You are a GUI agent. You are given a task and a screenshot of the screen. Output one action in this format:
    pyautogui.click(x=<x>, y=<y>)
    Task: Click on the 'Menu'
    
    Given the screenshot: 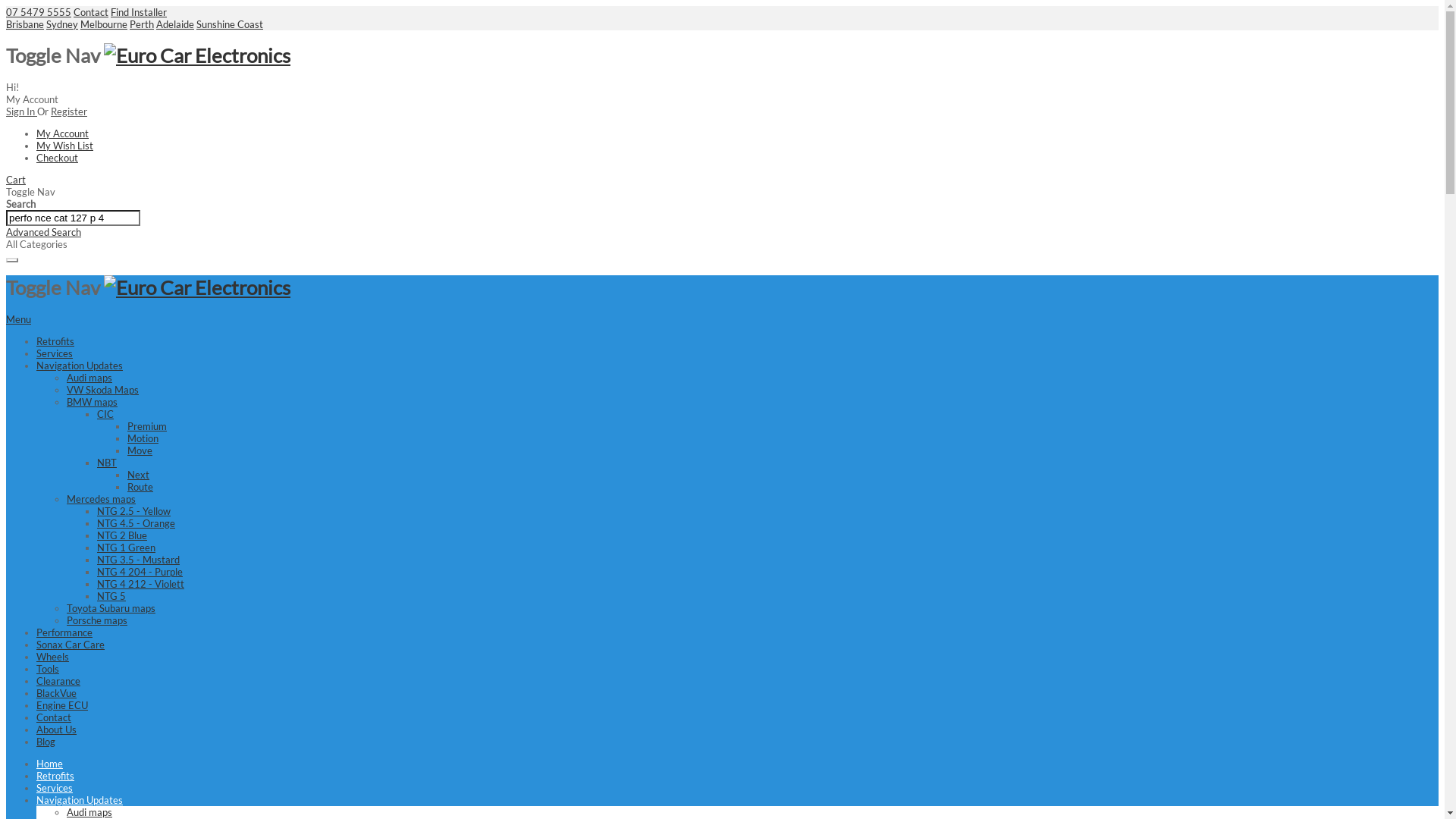 What is the action you would take?
    pyautogui.click(x=18, y=318)
    